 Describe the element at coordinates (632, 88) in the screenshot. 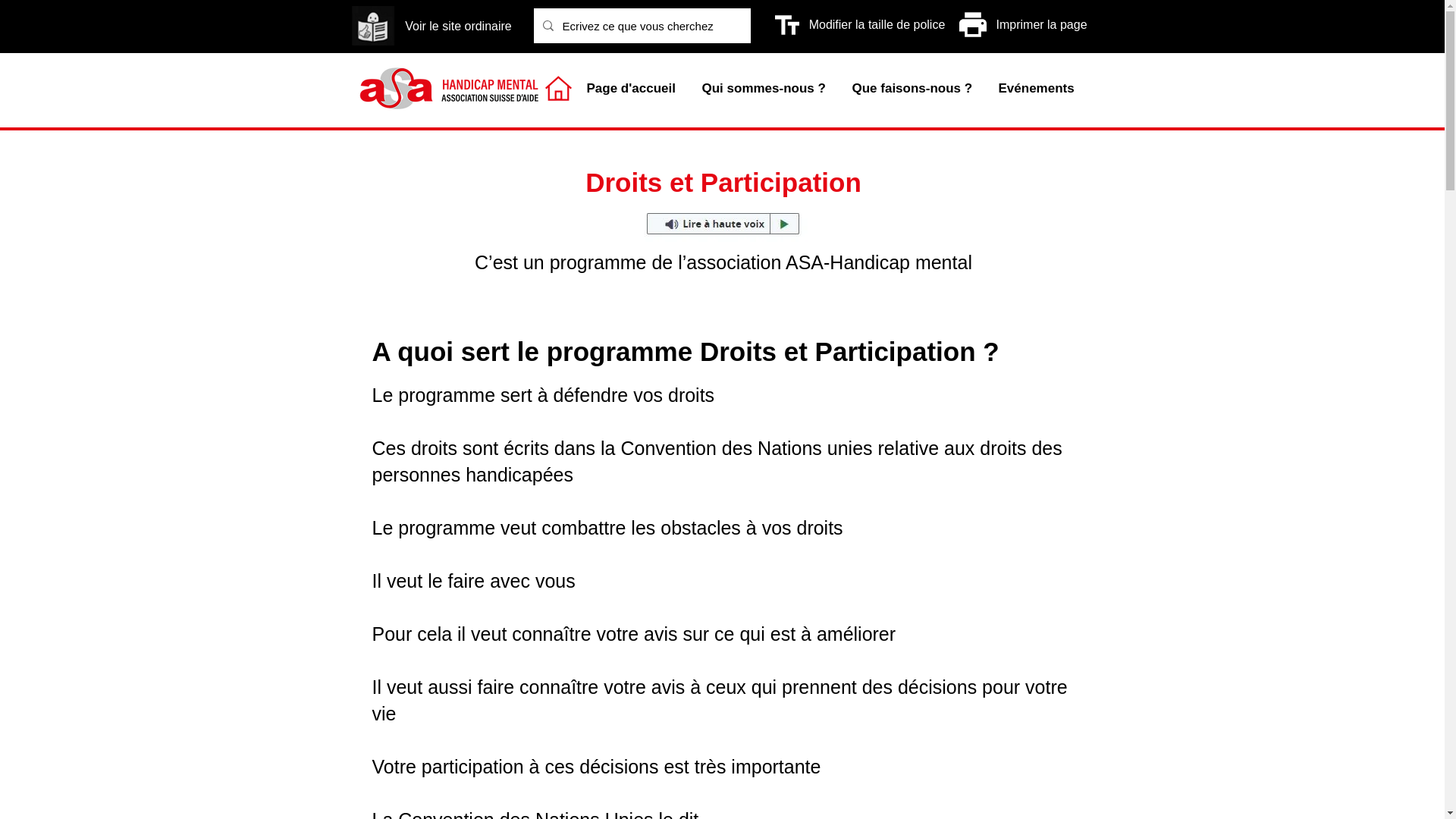

I see `'Page d'accueil'` at that location.